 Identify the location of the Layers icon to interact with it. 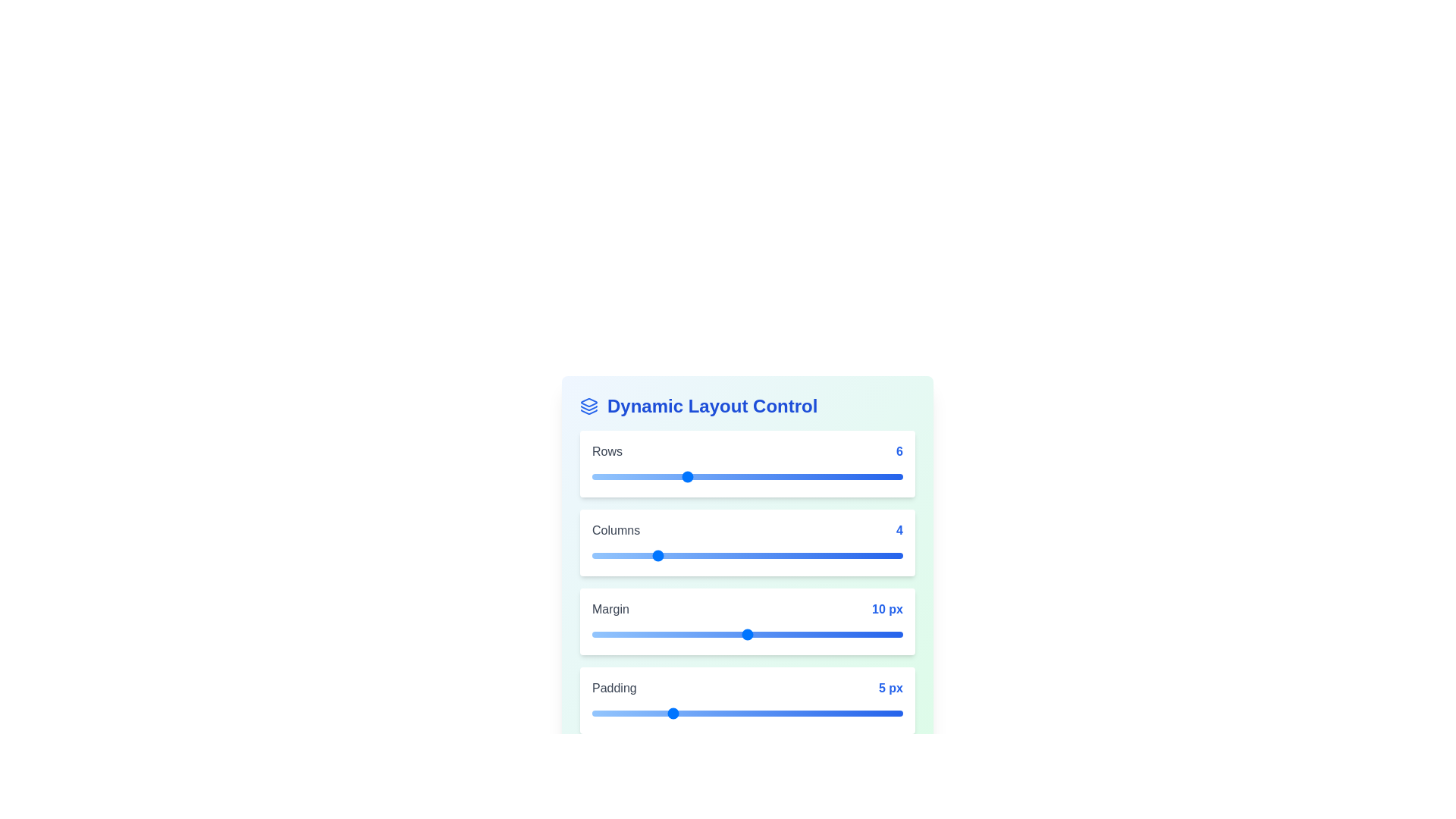
(588, 406).